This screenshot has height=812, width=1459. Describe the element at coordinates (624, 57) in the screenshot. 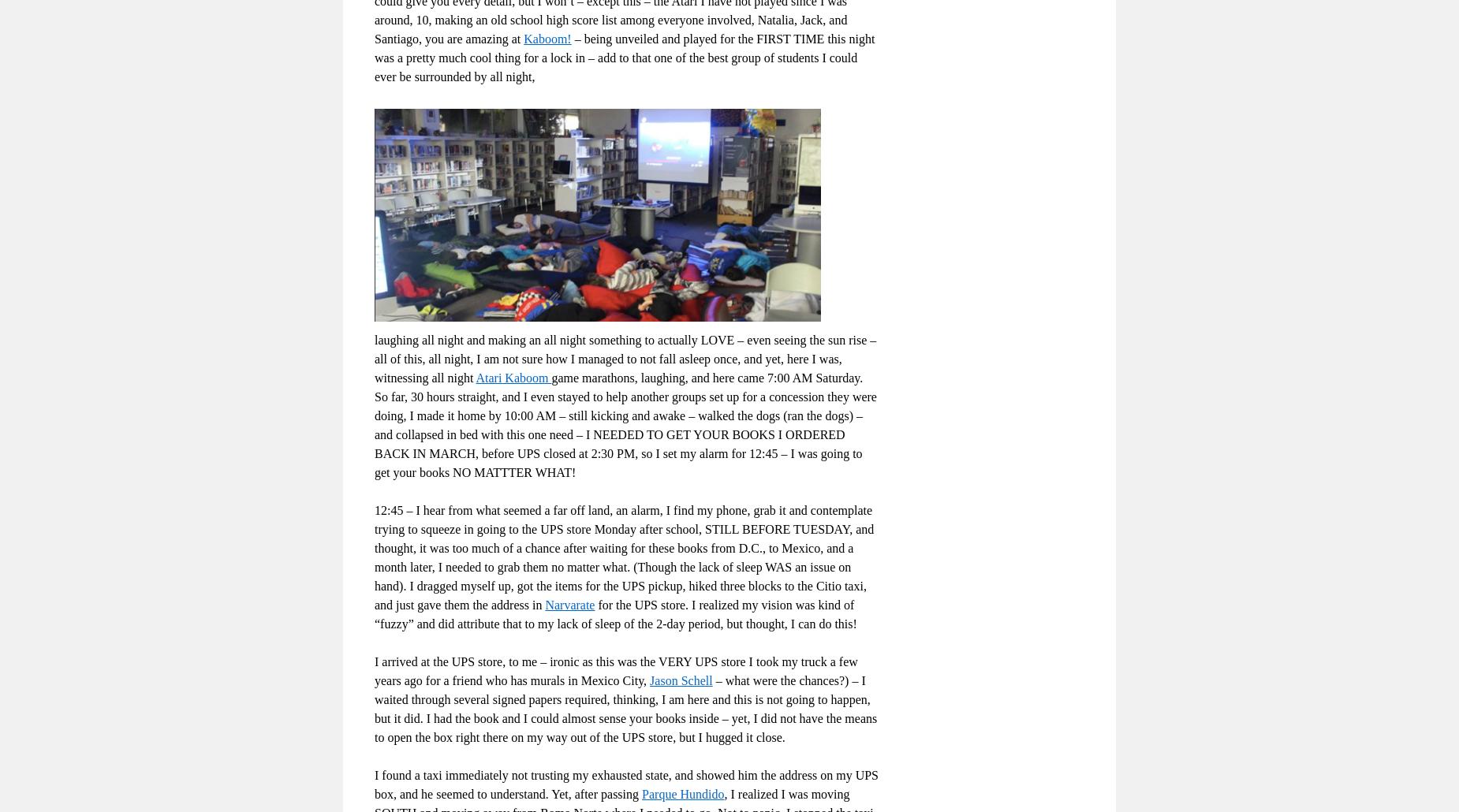

I see `'– being unveiled and played for the FIRST TIME this night was a pretty much cool thing for a lock in – add to that one of the best group of students I could ever be surrounded by all night,'` at that location.